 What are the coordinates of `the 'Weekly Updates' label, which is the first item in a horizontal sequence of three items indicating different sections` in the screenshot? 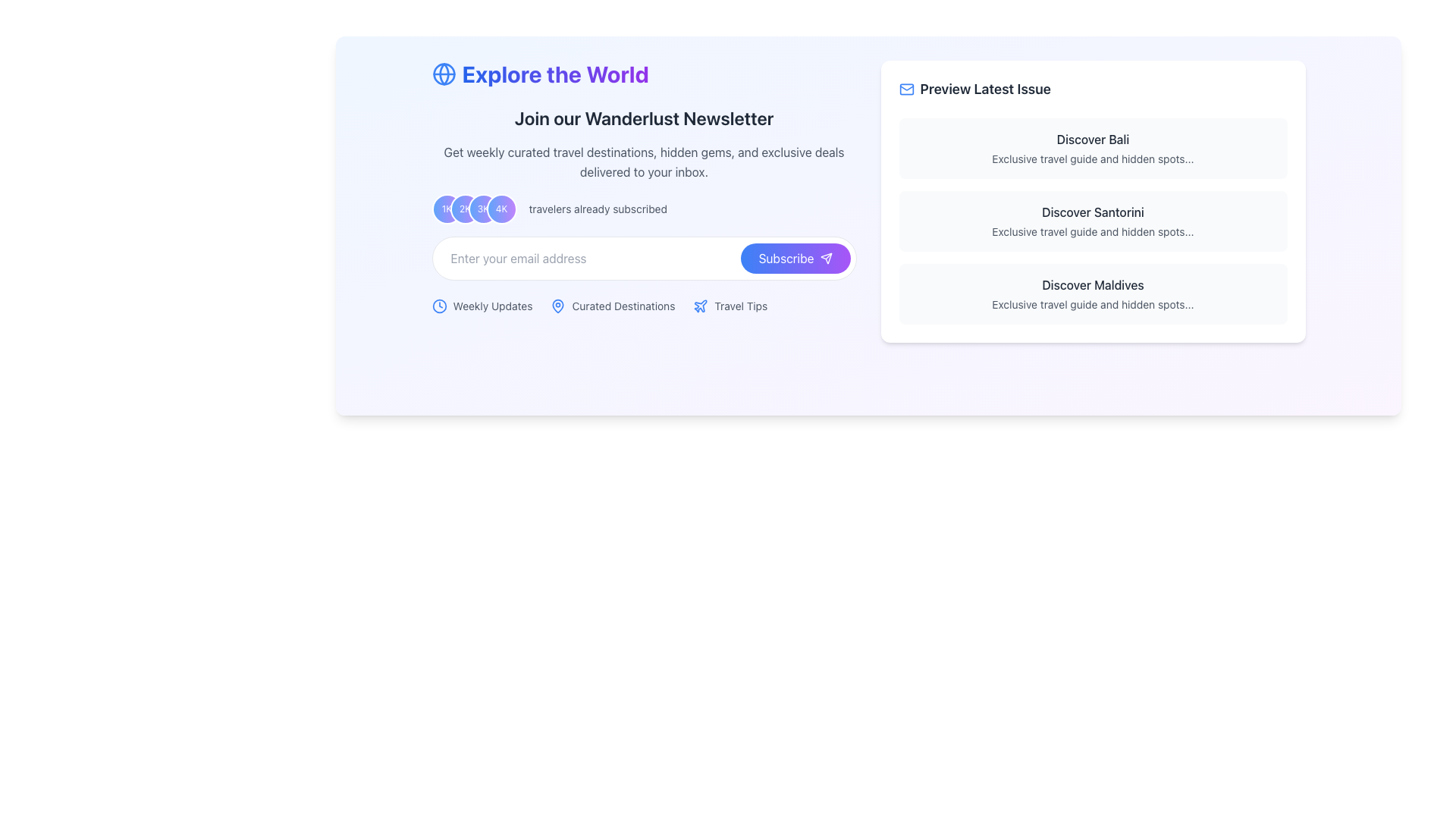 It's located at (481, 306).